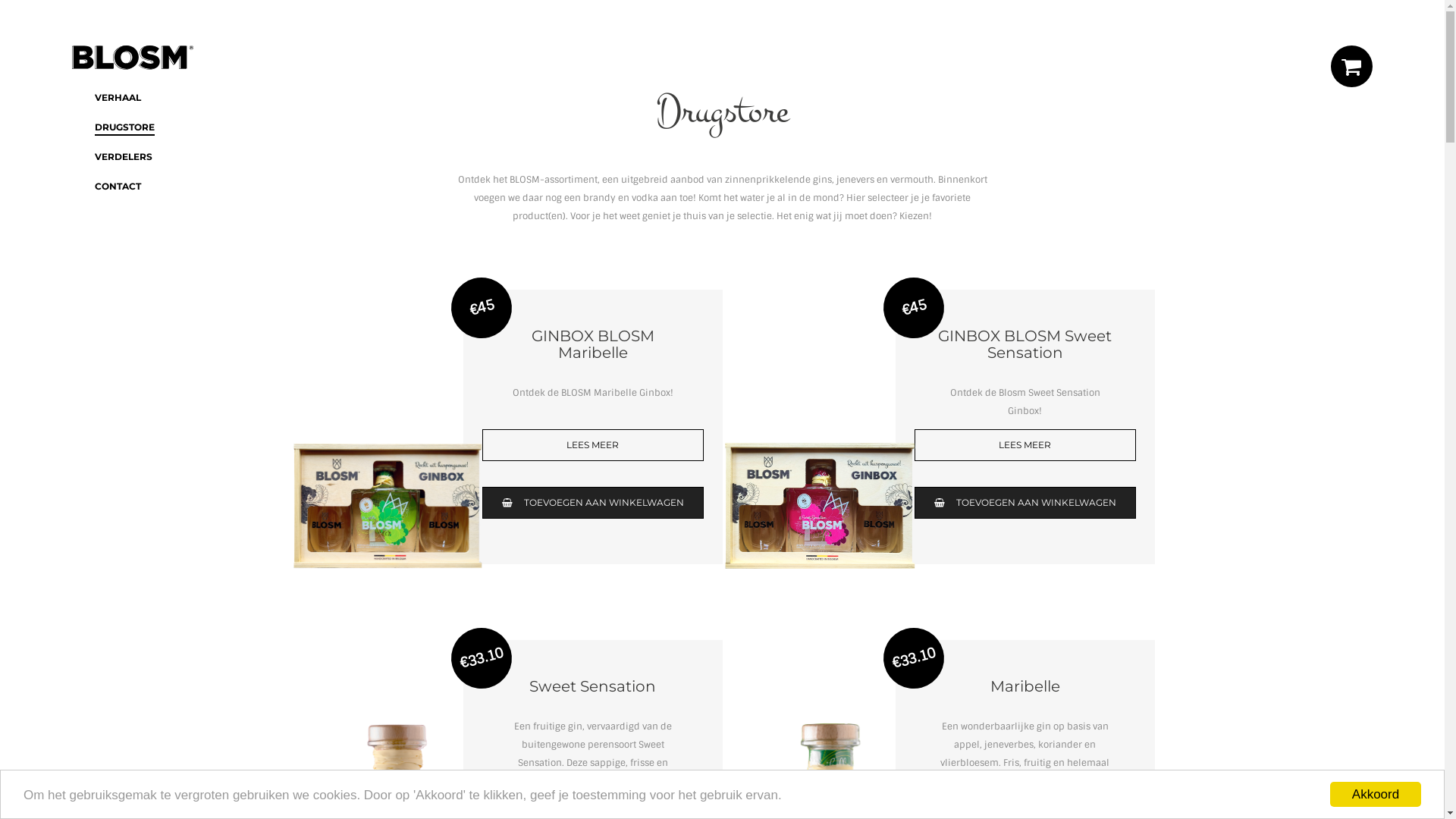 The width and height of the screenshot is (1456, 819). I want to click on 'Akkoord', so click(1329, 793).